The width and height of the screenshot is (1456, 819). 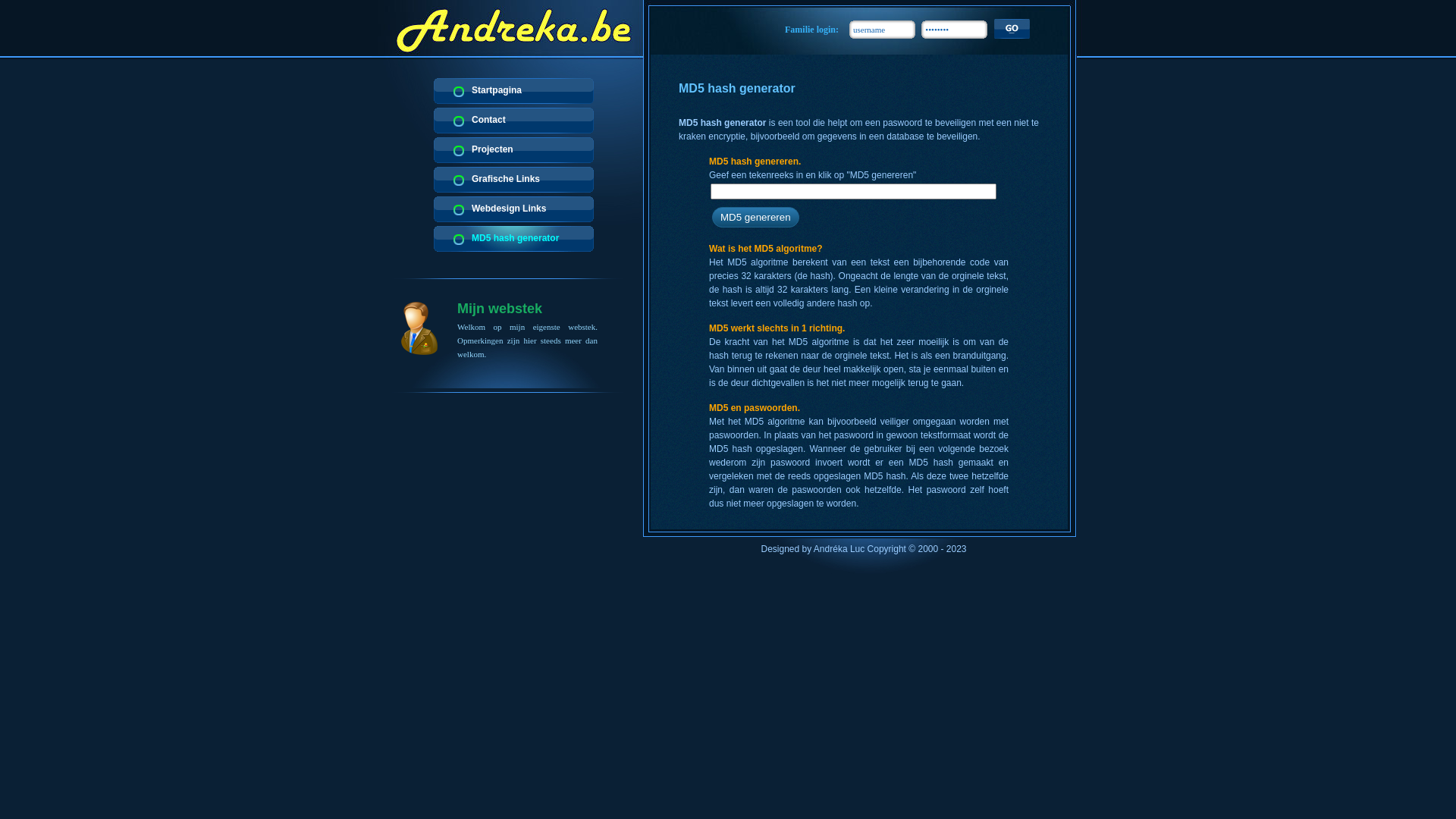 What do you see at coordinates (755, 217) in the screenshot?
I see `'MD5 genereren'` at bounding box center [755, 217].